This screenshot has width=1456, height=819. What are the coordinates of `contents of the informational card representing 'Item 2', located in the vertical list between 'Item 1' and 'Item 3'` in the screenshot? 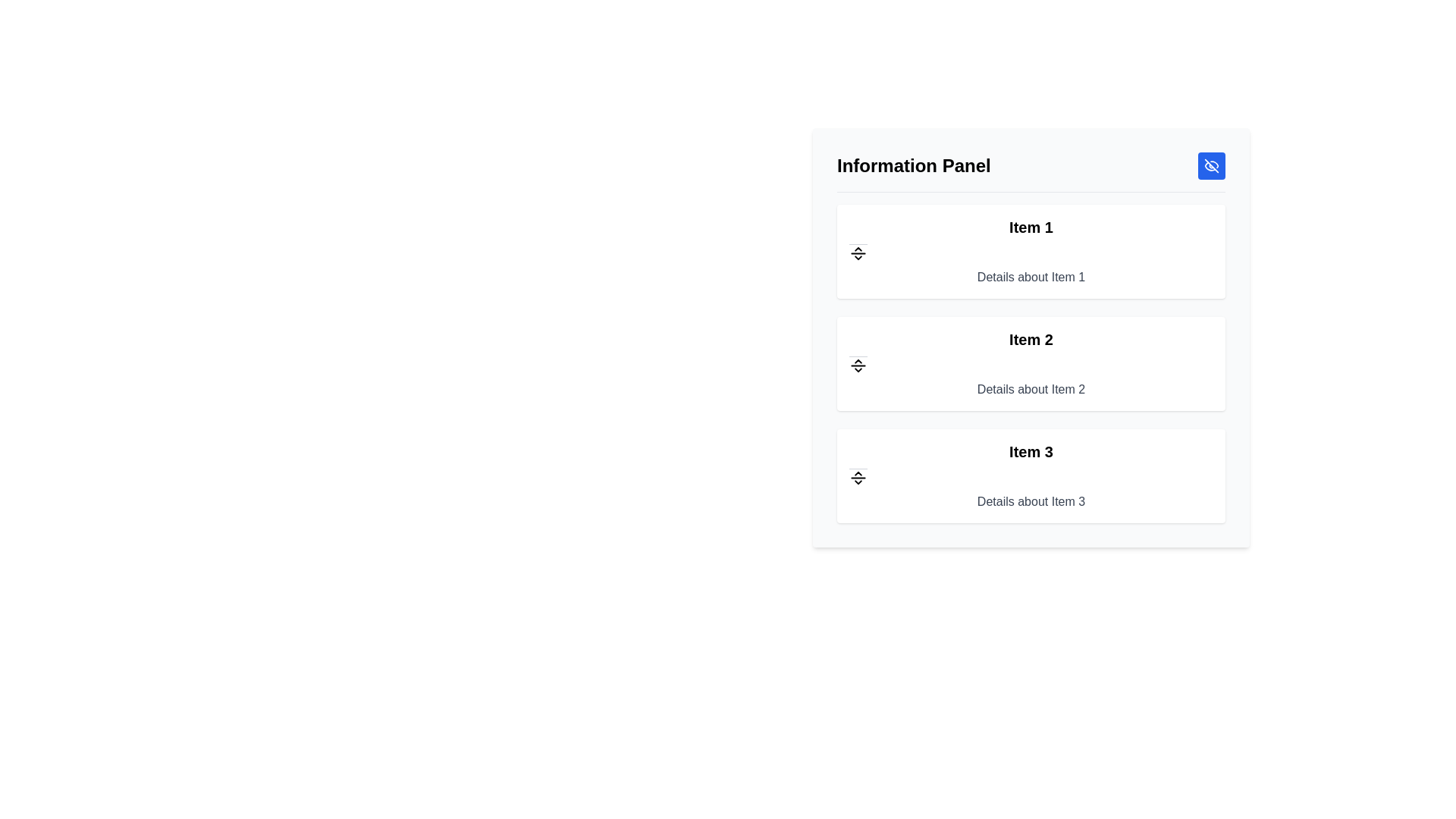 It's located at (1031, 363).